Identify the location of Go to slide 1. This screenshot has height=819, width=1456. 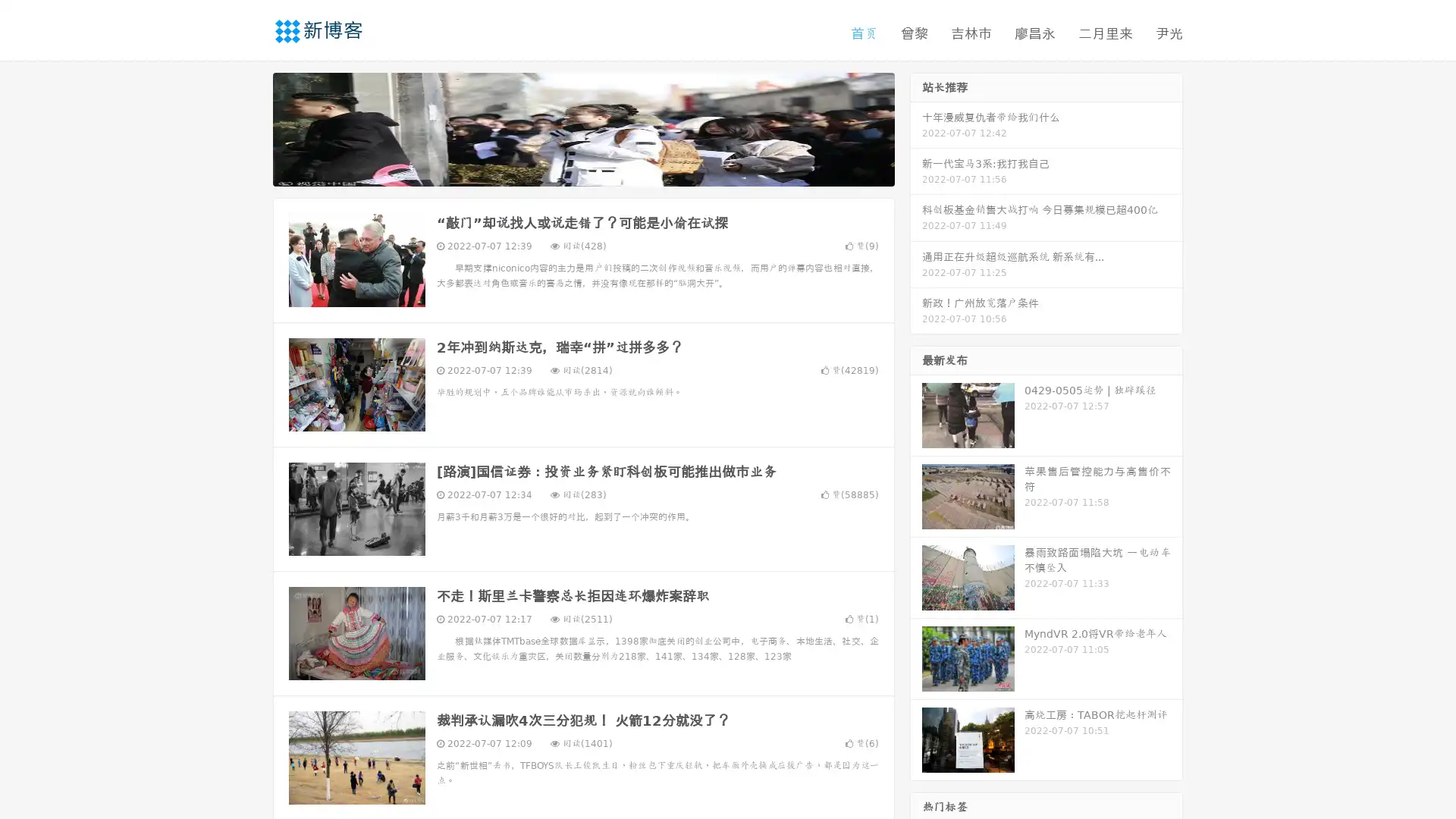
(567, 171).